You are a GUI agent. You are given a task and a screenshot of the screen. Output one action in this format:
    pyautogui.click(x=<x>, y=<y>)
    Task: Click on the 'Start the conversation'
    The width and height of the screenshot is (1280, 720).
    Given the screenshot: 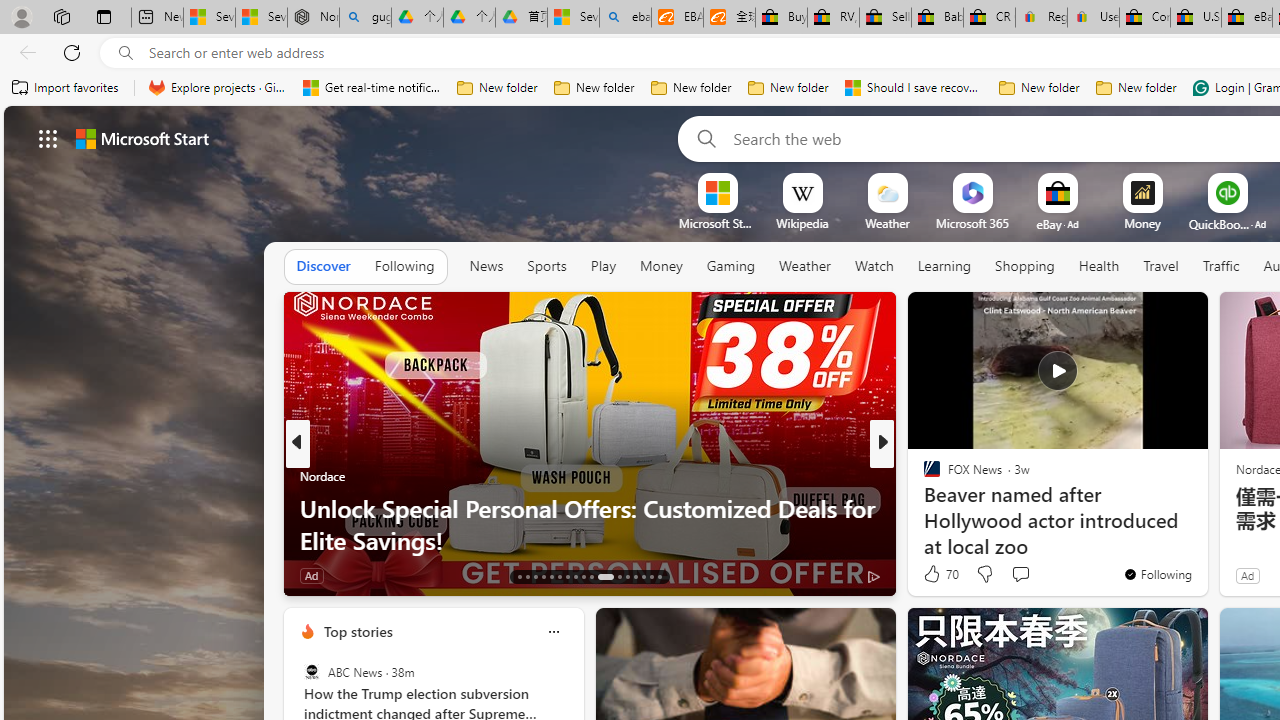 What is the action you would take?
    pyautogui.click(x=1020, y=573)
    